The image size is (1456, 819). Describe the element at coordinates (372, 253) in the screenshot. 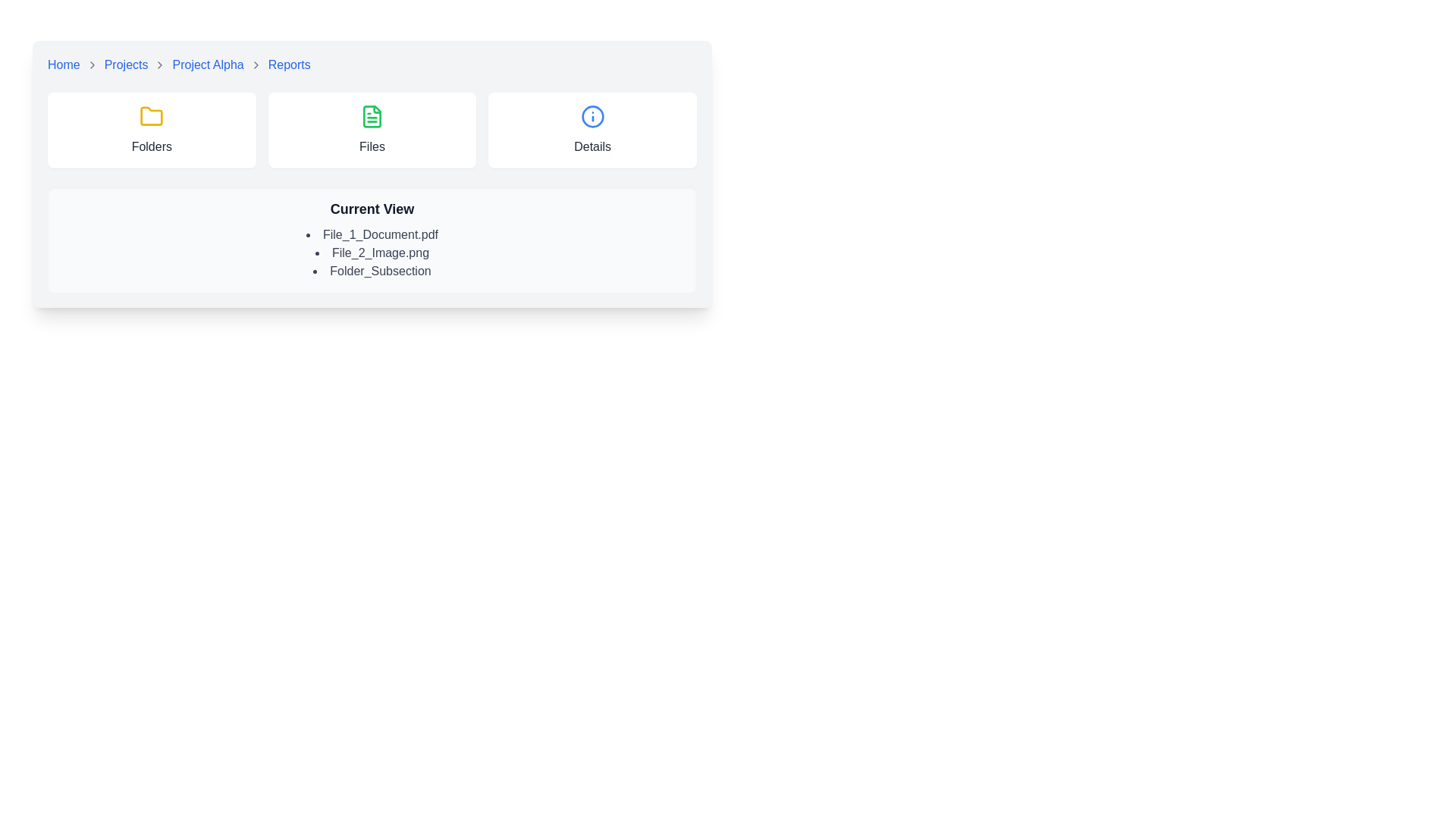

I see `the list item representing the file 'File_2_Image.png', the second item under the 'Current View' heading` at that location.